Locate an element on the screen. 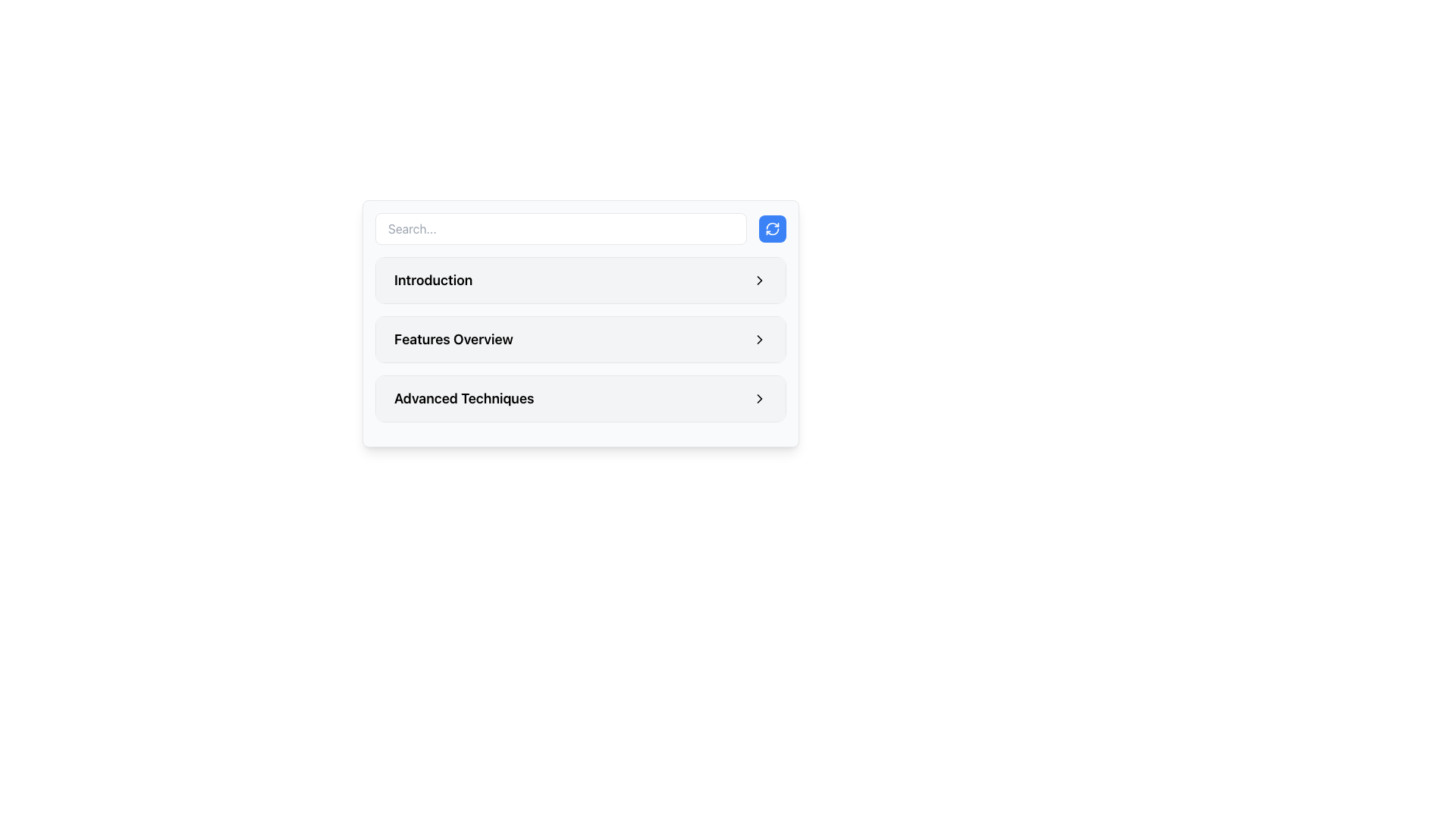 This screenshot has height=819, width=1456. the refresh button located within the blue button to the right of the search input field at the top of the panel to refresh the content or state of the interface is located at coordinates (772, 228).